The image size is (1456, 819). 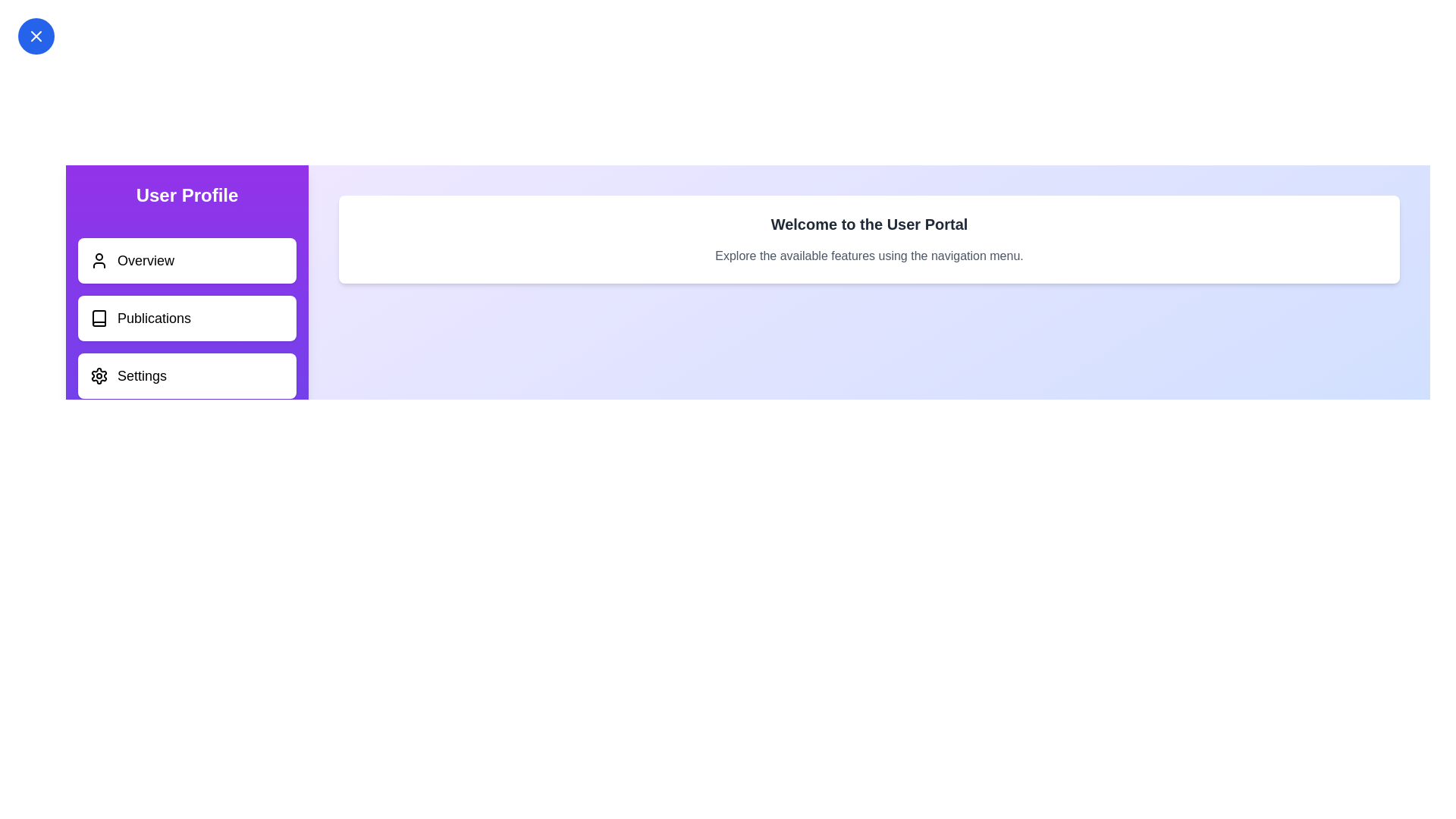 What do you see at coordinates (186, 318) in the screenshot?
I see `the Publications menu item to navigate to the respective section` at bounding box center [186, 318].